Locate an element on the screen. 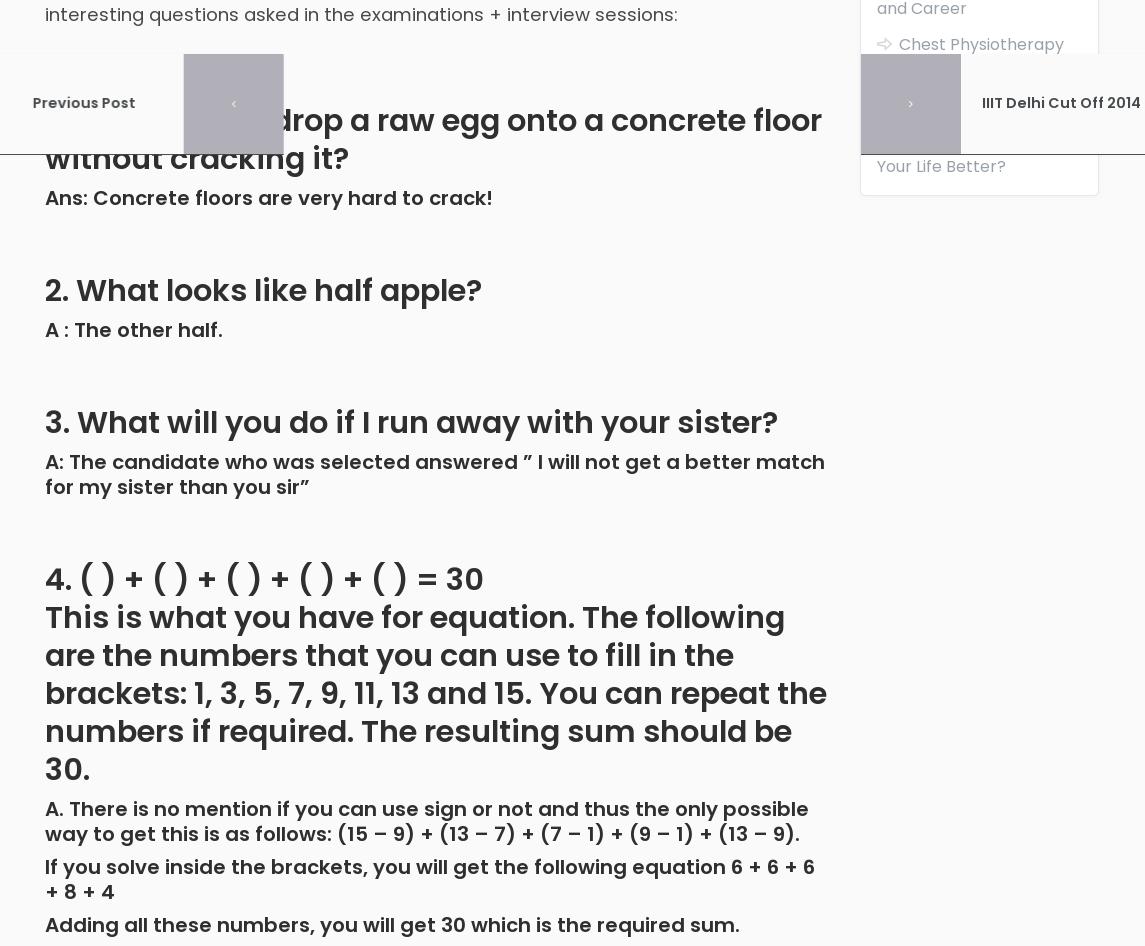  'Can Challenges Make Your Life Better?' is located at coordinates (971, 151).